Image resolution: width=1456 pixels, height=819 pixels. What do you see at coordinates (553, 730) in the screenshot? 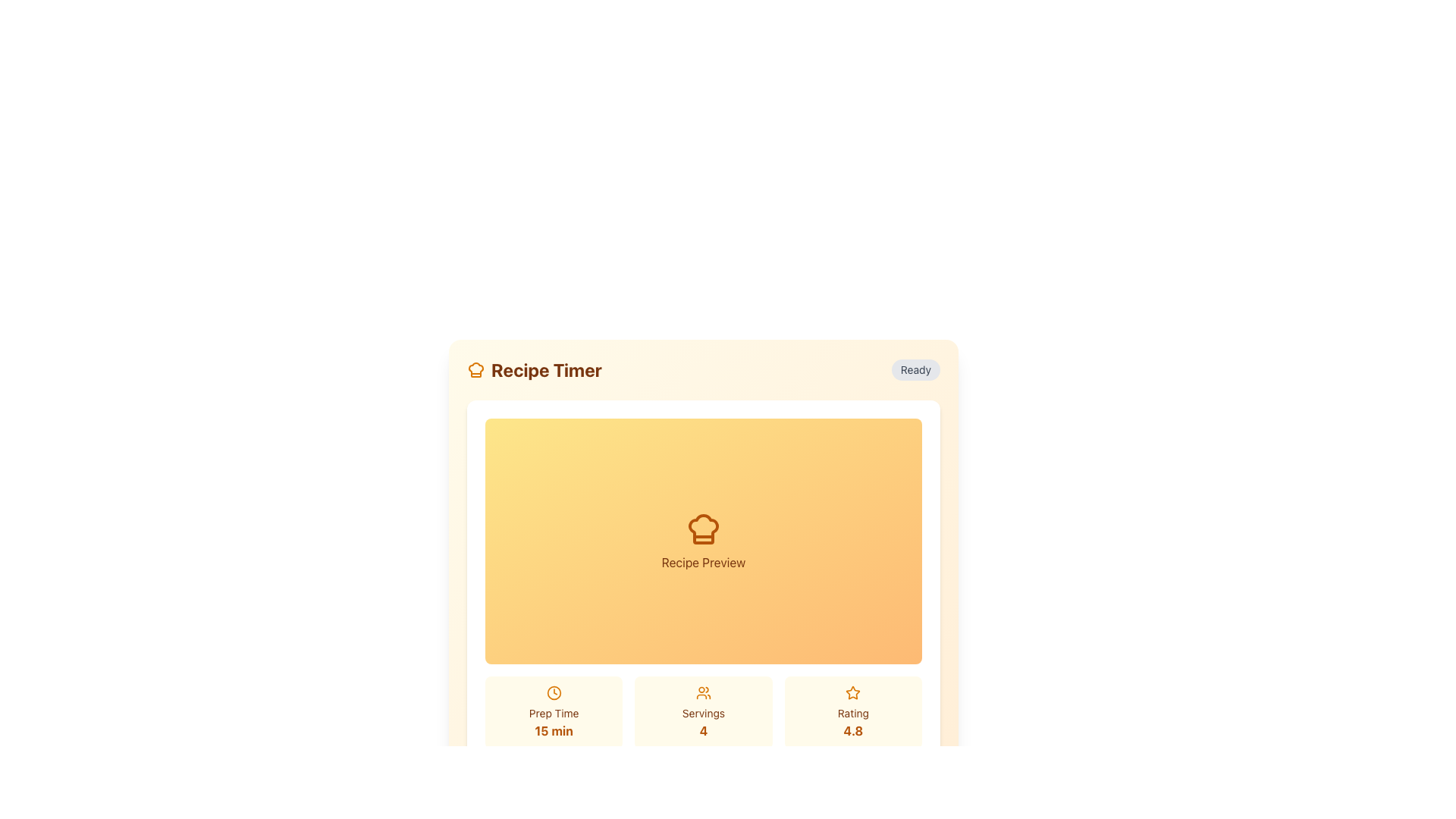
I see `the Text Label that indicates the preparation time for the recipe, which displays '15 minutes' and is located below the 'Prep Time' label` at bounding box center [553, 730].